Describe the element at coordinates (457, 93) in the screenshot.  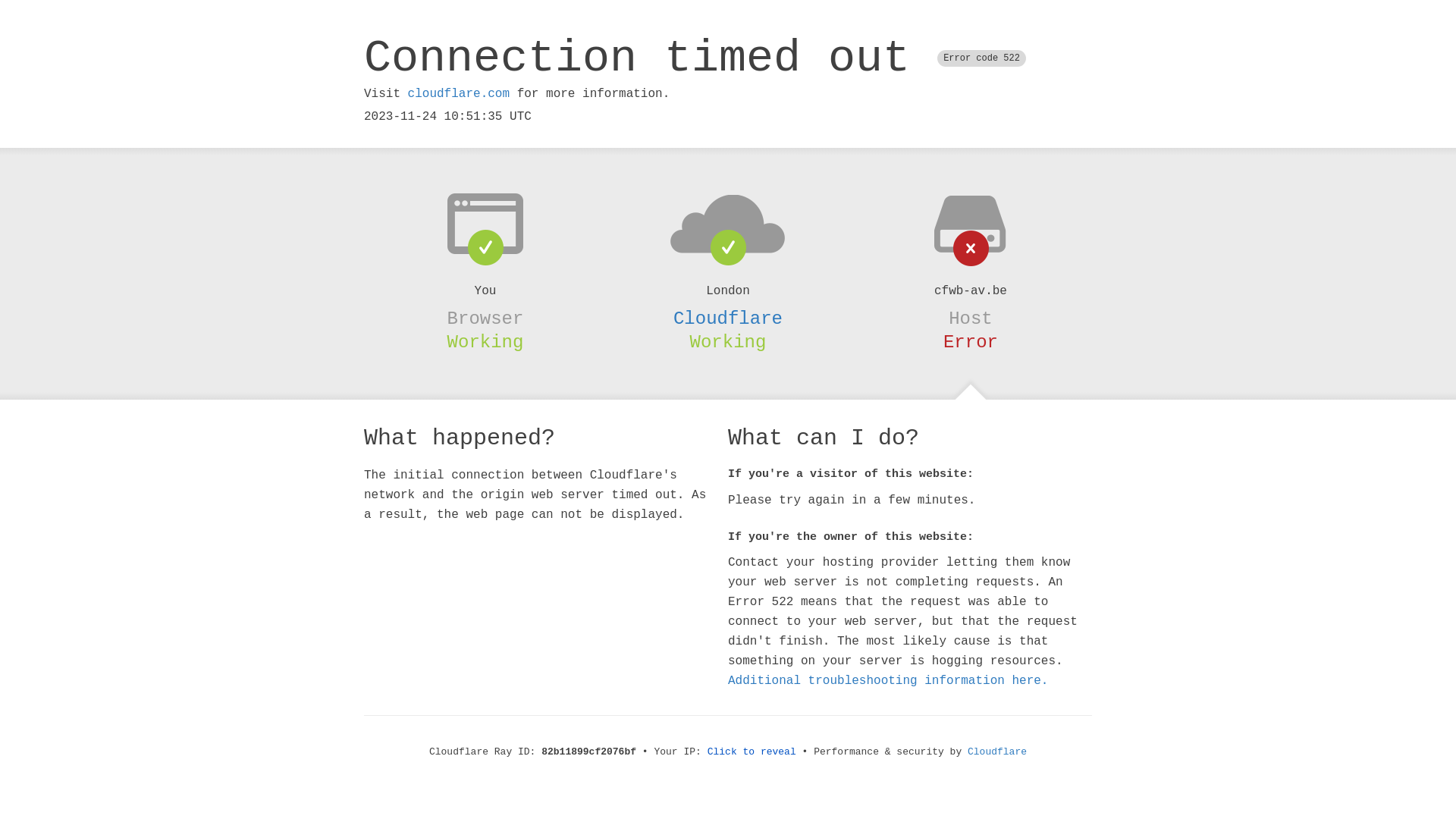
I see `'cloudflare.com'` at that location.